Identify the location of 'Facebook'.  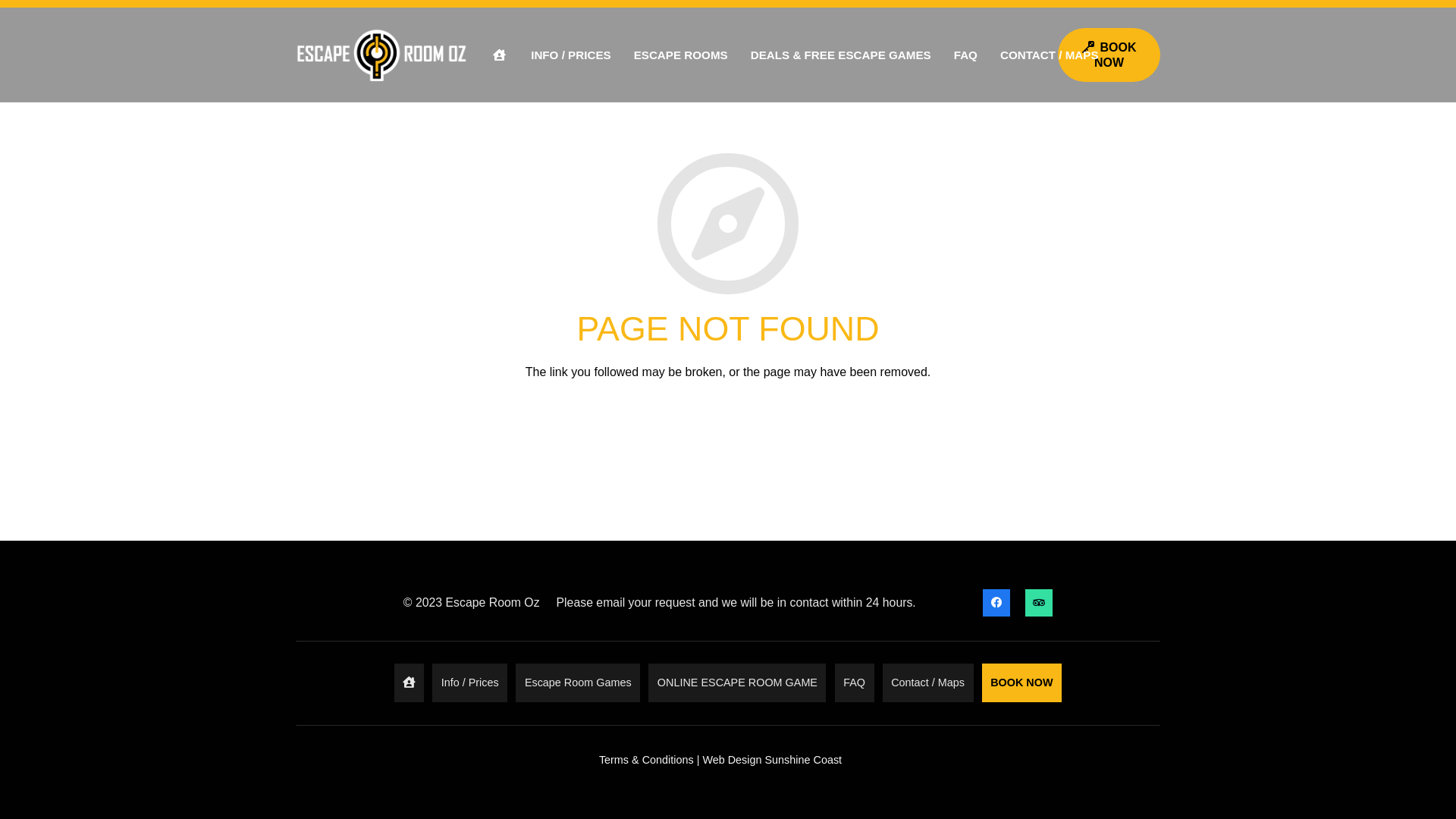
(996, 601).